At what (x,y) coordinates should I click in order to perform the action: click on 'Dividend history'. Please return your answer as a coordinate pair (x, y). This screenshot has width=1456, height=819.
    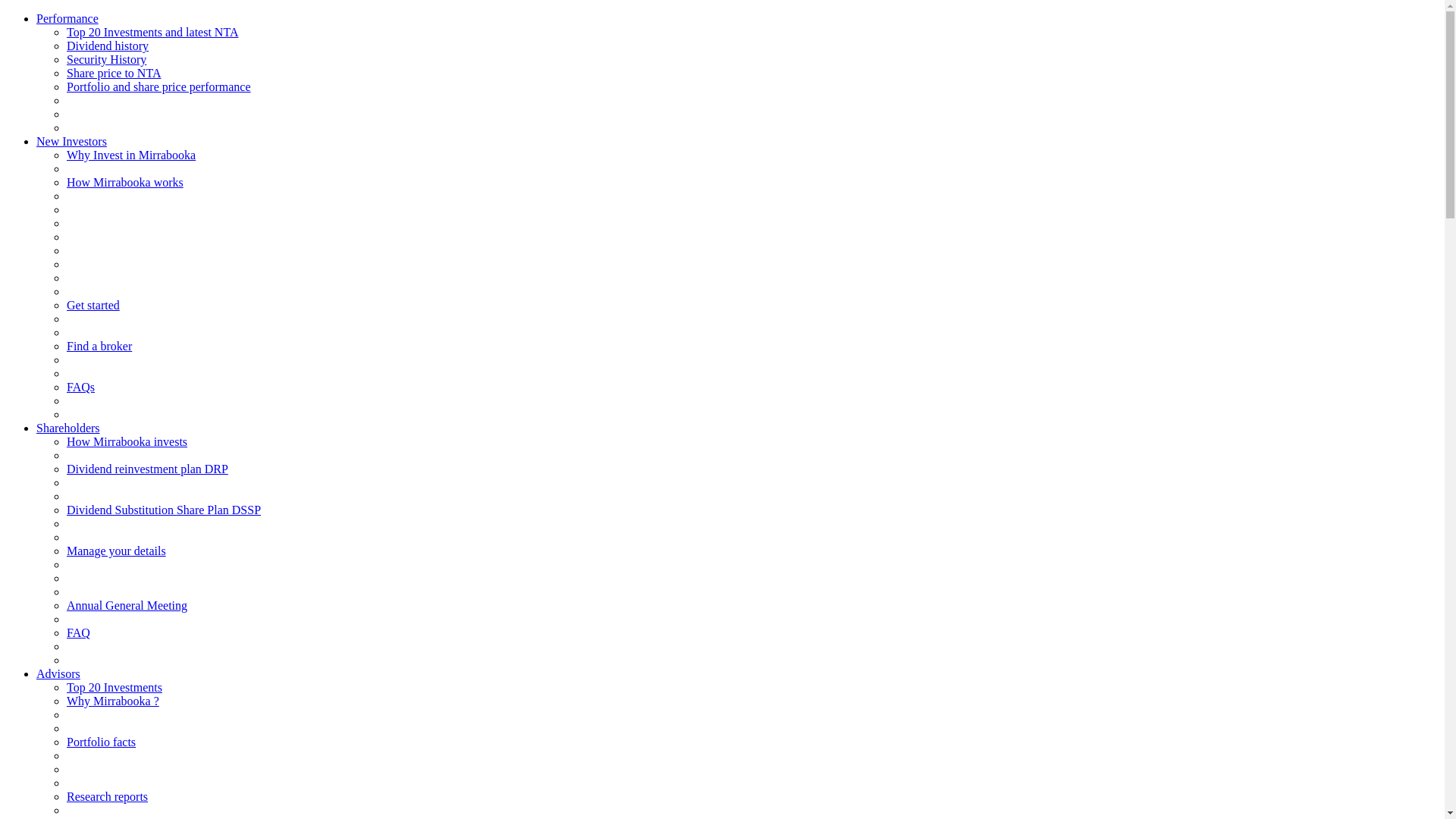
    Looking at the image, I should click on (107, 45).